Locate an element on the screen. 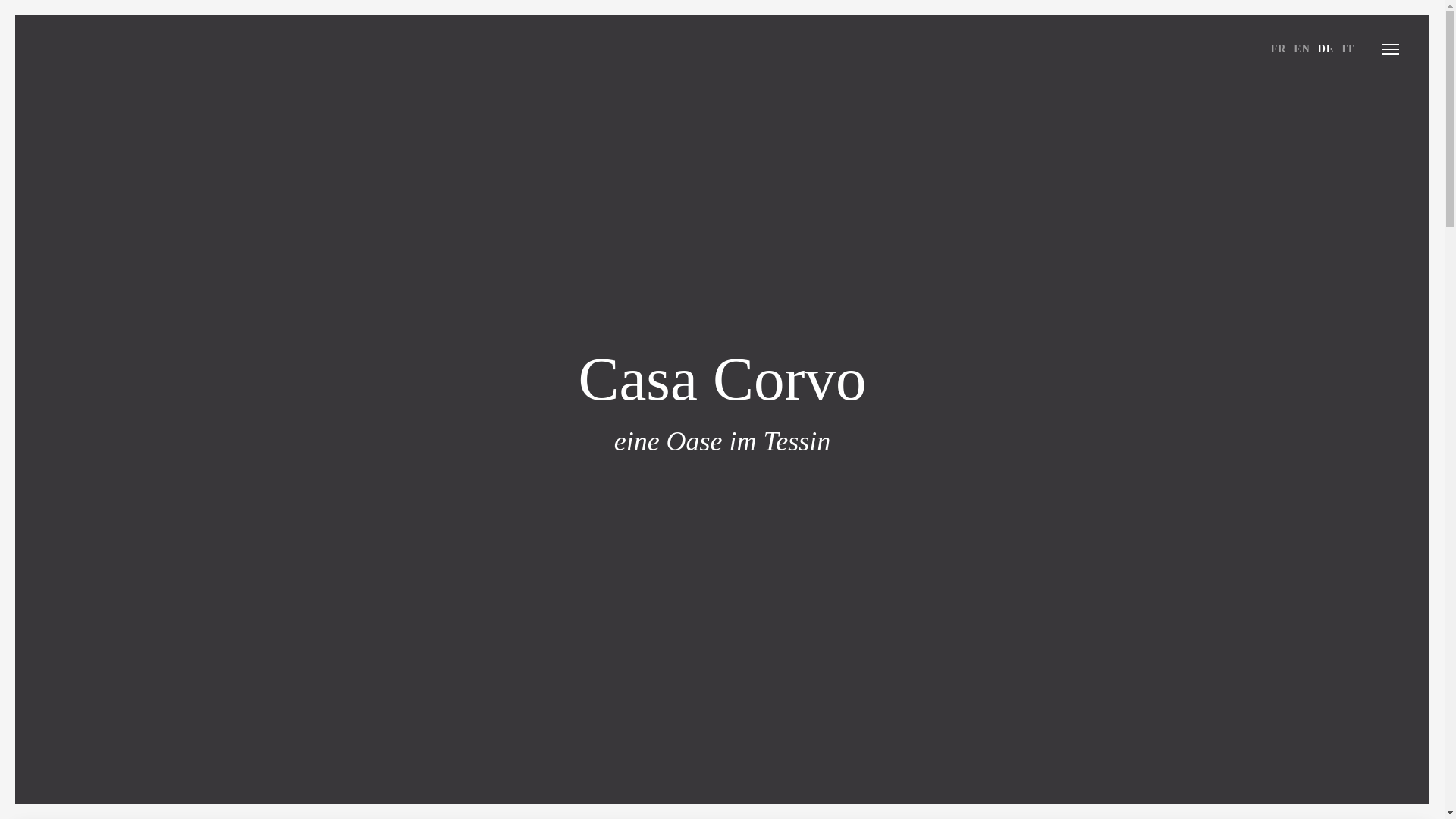 The width and height of the screenshot is (1456, 819). 'EN' is located at coordinates (1301, 48).